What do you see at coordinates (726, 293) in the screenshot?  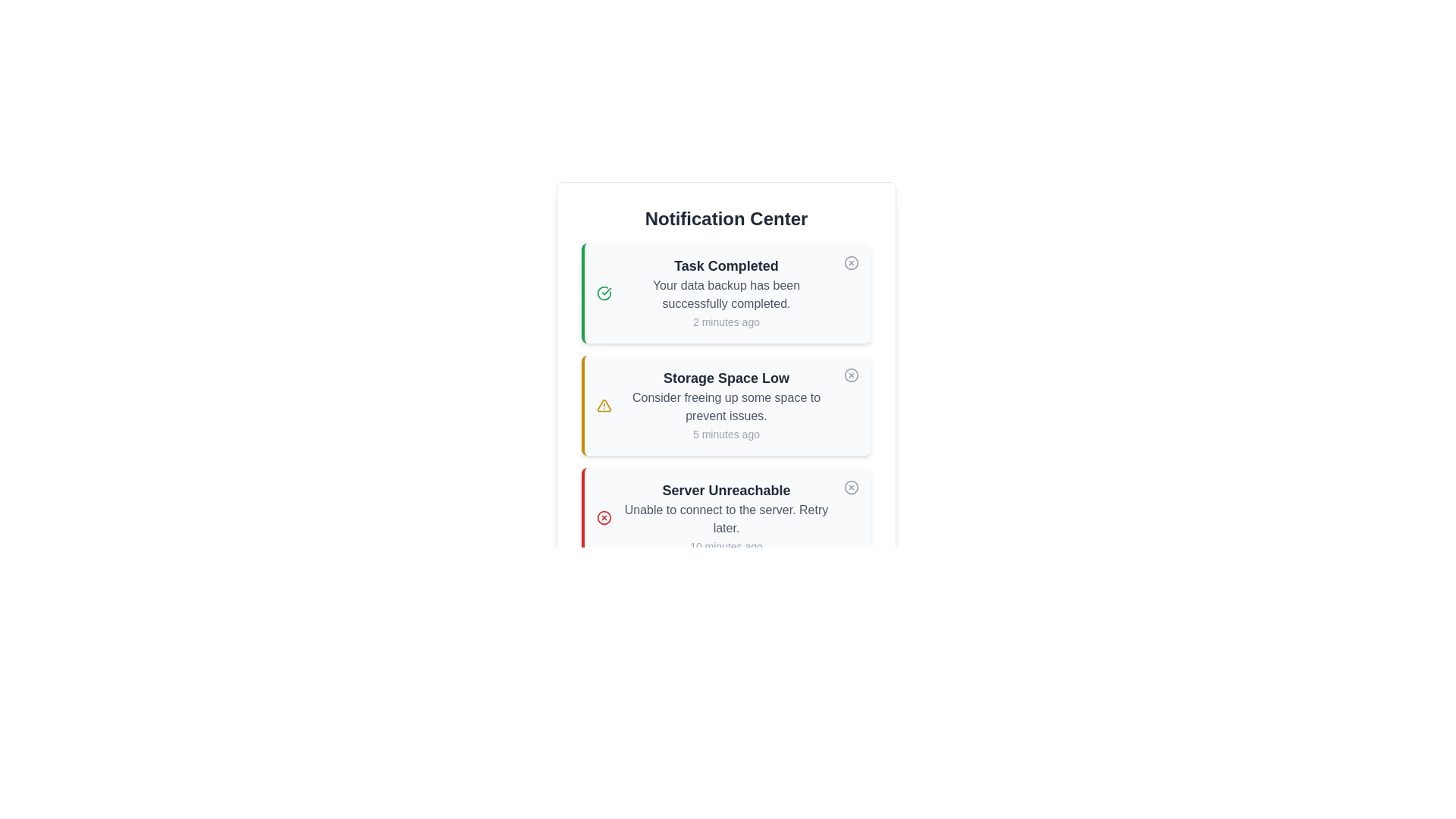 I see `the first notification card in the notification center, which indicates the successful completion of a data backup task, to access adjacent interactive elements` at bounding box center [726, 293].